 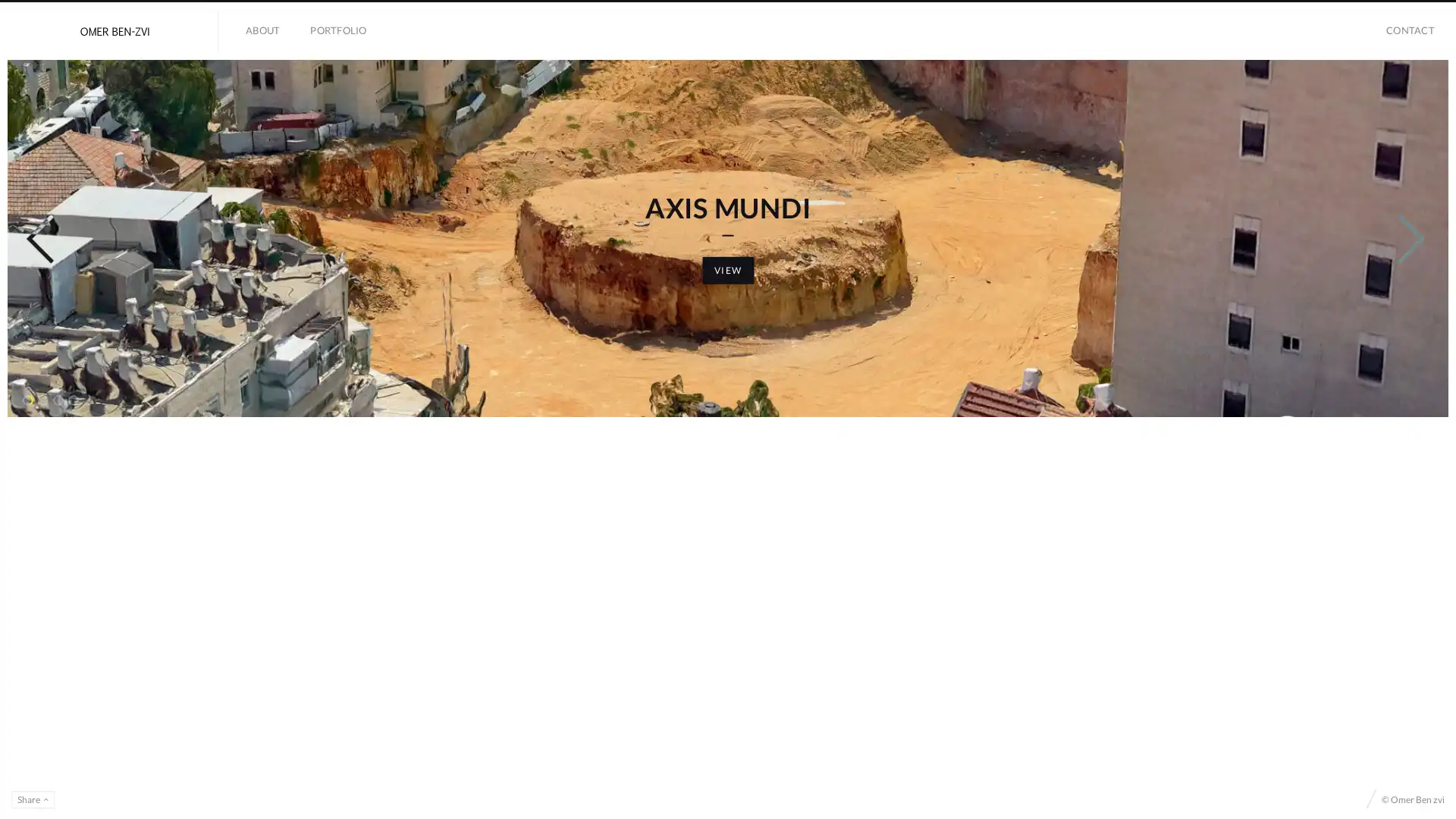 What do you see at coordinates (1405, 420) in the screenshot?
I see `NEXT` at bounding box center [1405, 420].